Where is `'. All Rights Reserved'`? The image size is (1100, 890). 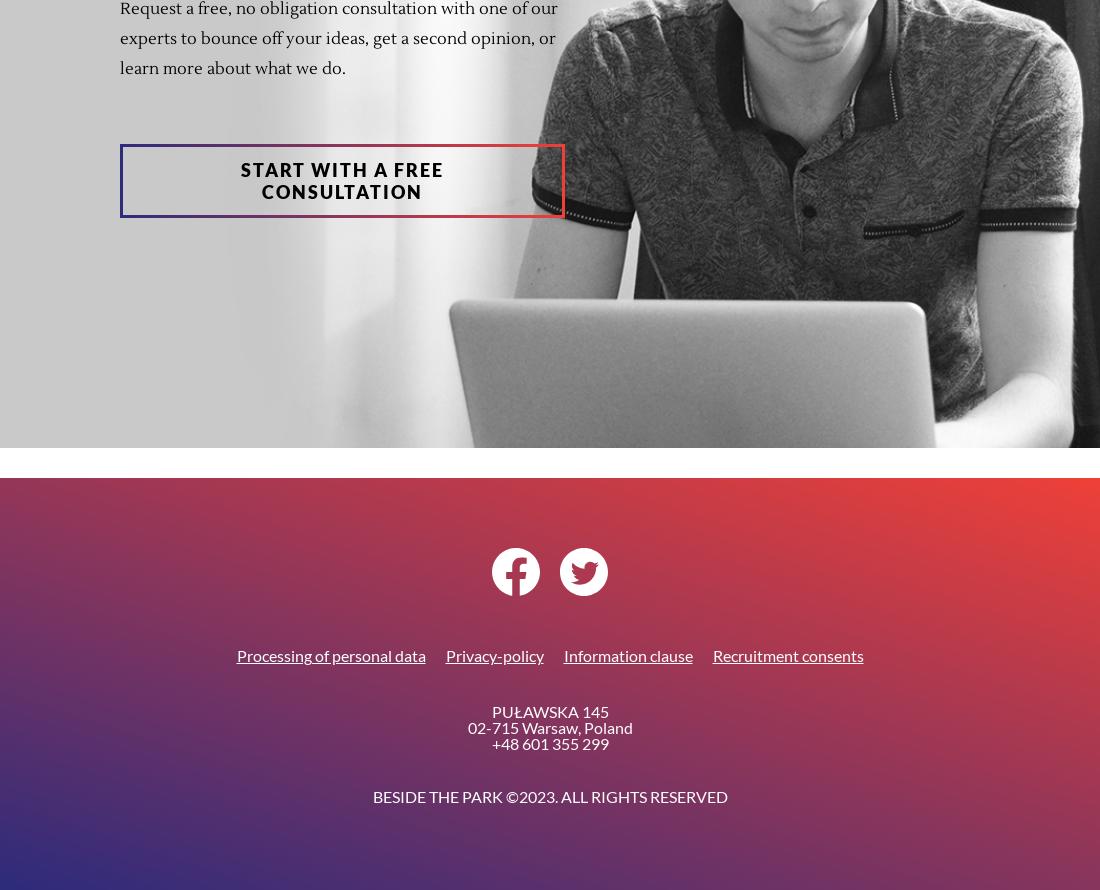
'. All Rights Reserved' is located at coordinates (640, 796).